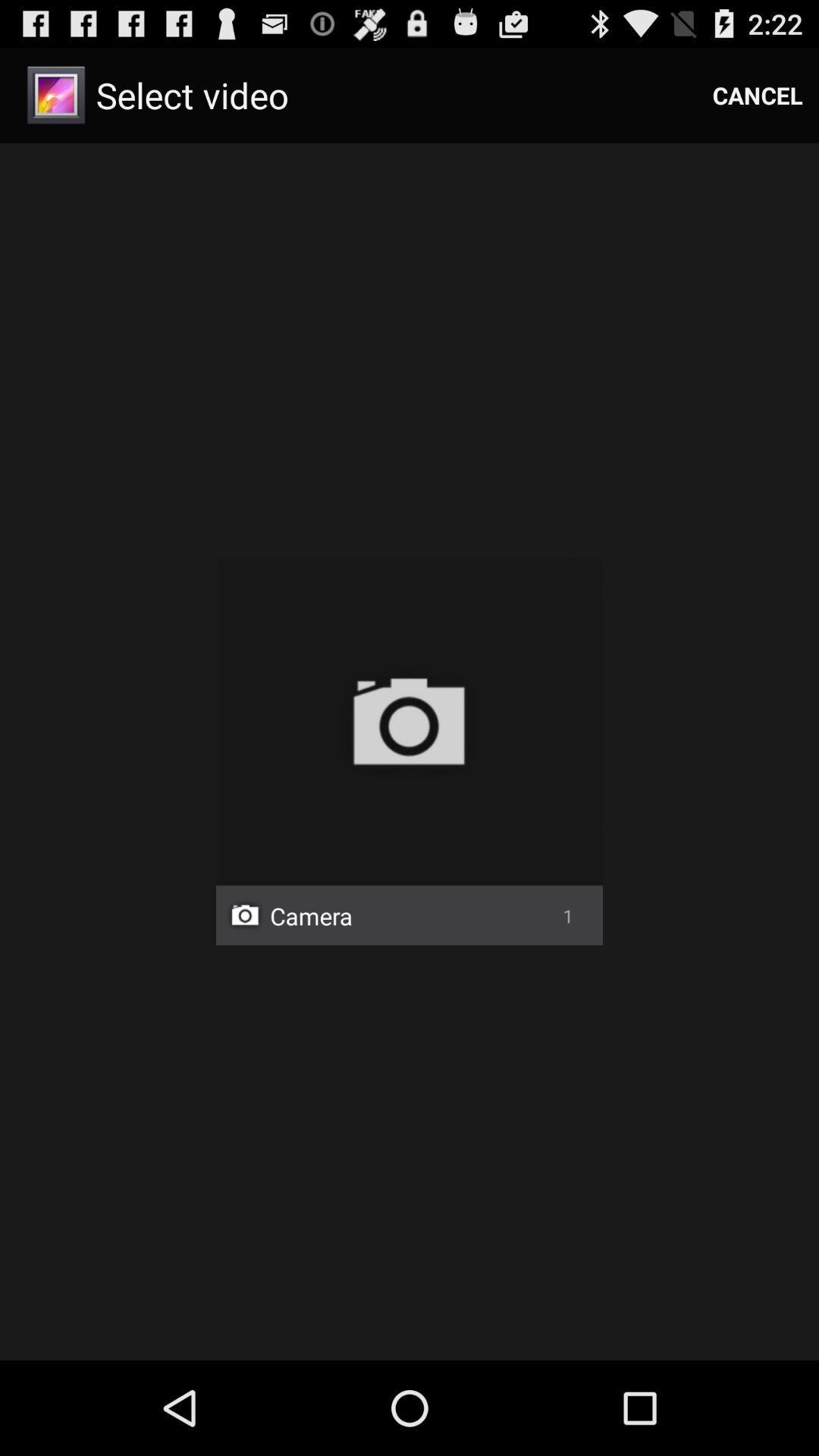 Image resolution: width=819 pixels, height=1456 pixels. What do you see at coordinates (758, 94) in the screenshot?
I see `the icon to the right of the select video` at bounding box center [758, 94].